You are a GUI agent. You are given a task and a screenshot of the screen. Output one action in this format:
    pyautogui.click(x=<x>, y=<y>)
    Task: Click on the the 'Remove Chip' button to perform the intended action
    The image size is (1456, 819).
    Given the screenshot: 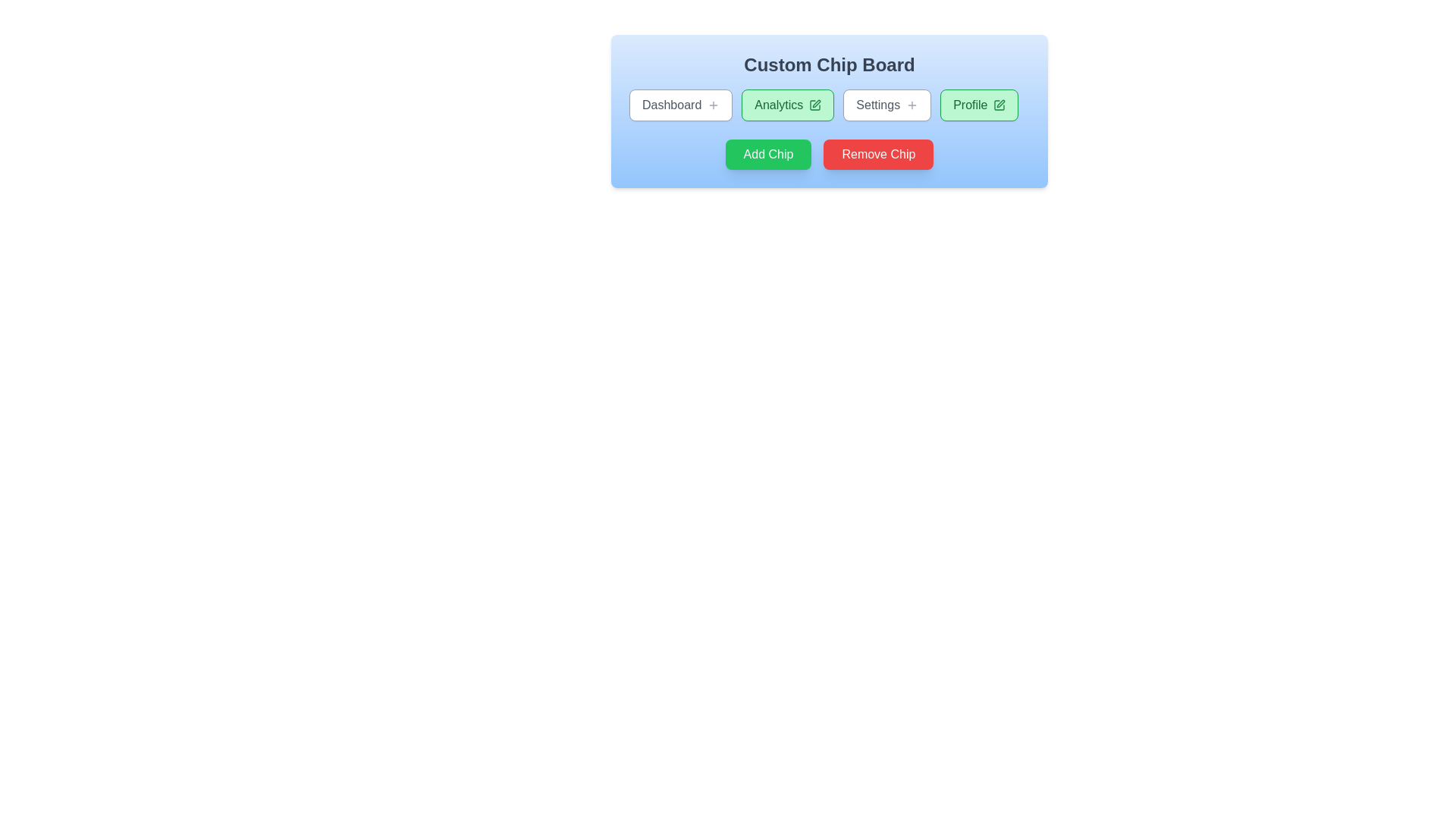 What is the action you would take?
    pyautogui.click(x=878, y=155)
    